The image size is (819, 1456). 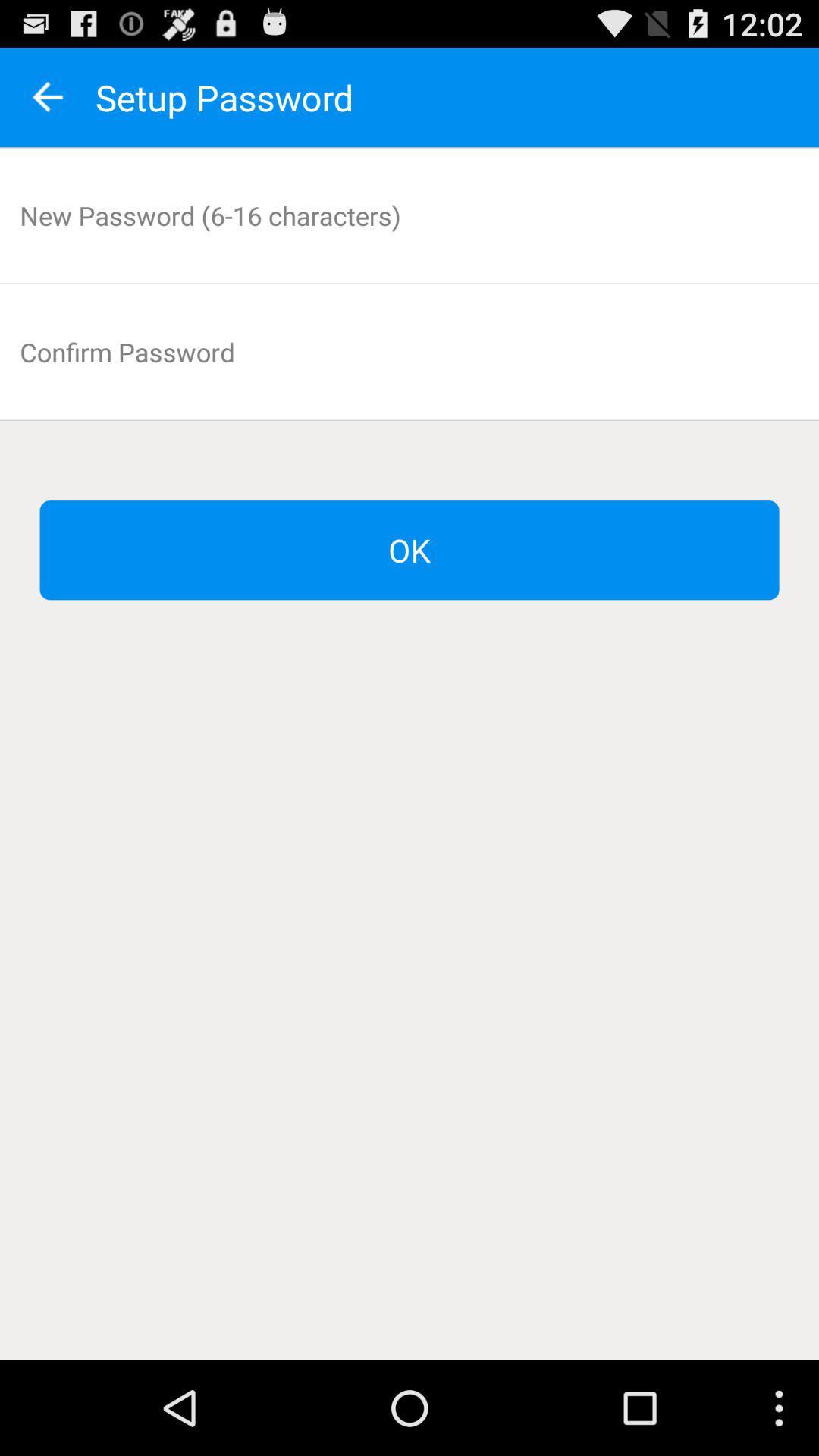 I want to click on the ok at the center, so click(x=409, y=549).